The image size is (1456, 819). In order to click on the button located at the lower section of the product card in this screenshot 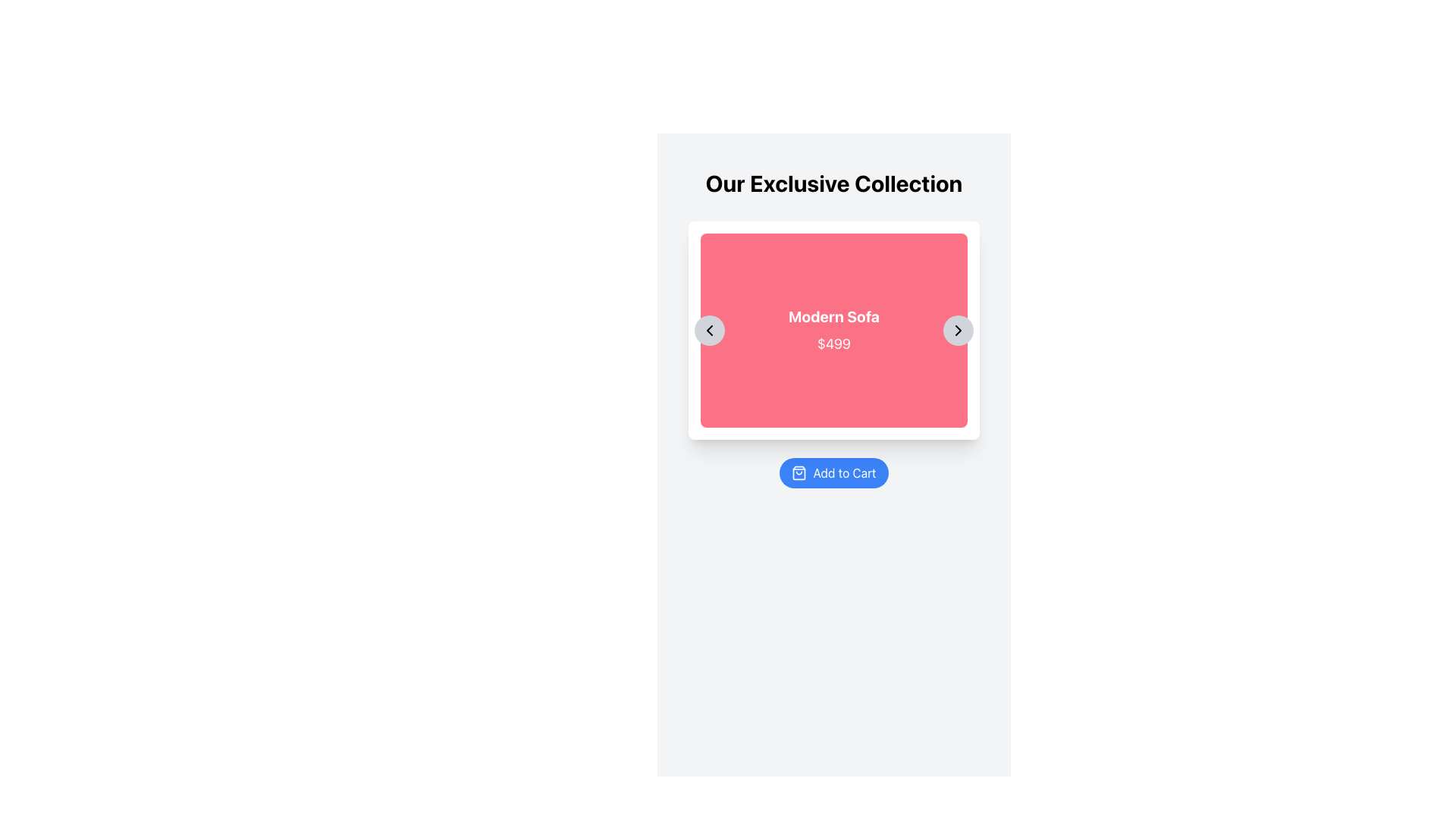, I will do `click(833, 472)`.